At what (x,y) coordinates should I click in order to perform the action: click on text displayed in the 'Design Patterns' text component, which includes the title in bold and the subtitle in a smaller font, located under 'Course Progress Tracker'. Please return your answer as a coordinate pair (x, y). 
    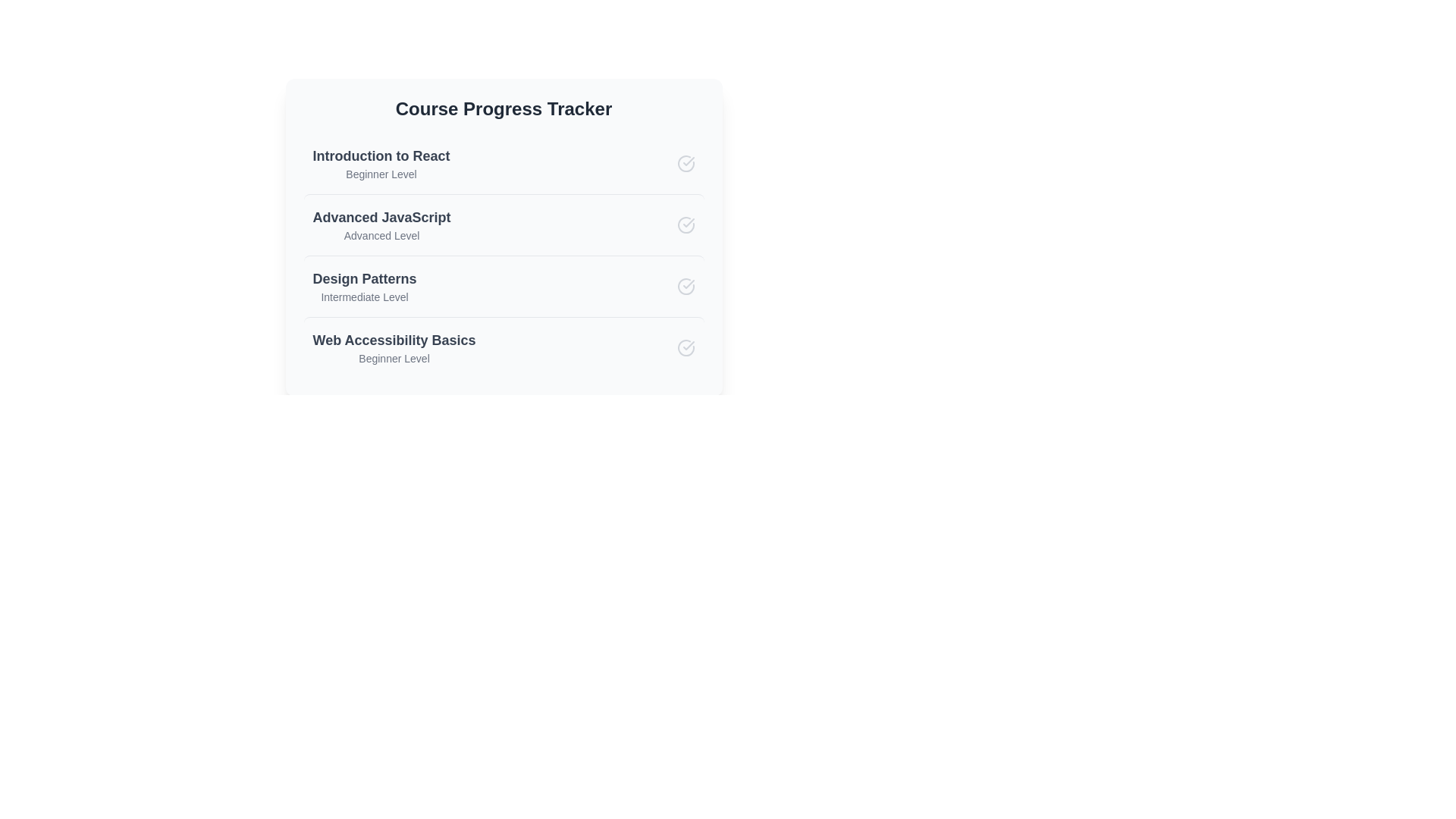
    Looking at the image, I should click on (364, 287).